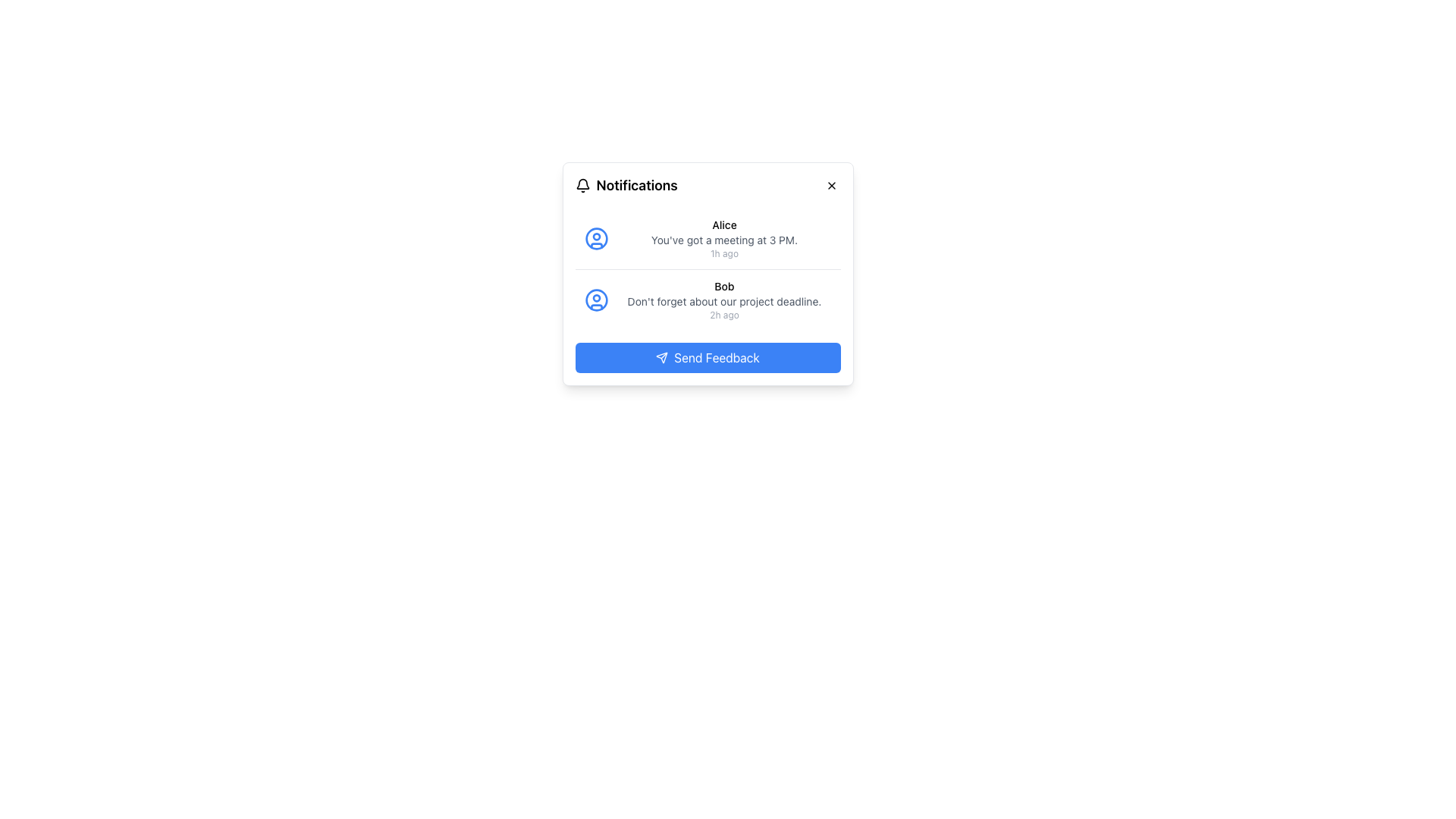 Image resolution: width=1456 pixels, height=819 pixels. I want to click on the first notification item displaying 'Alice' with the message 'You've got a meeting at 3 PM.', so click(707, 239).